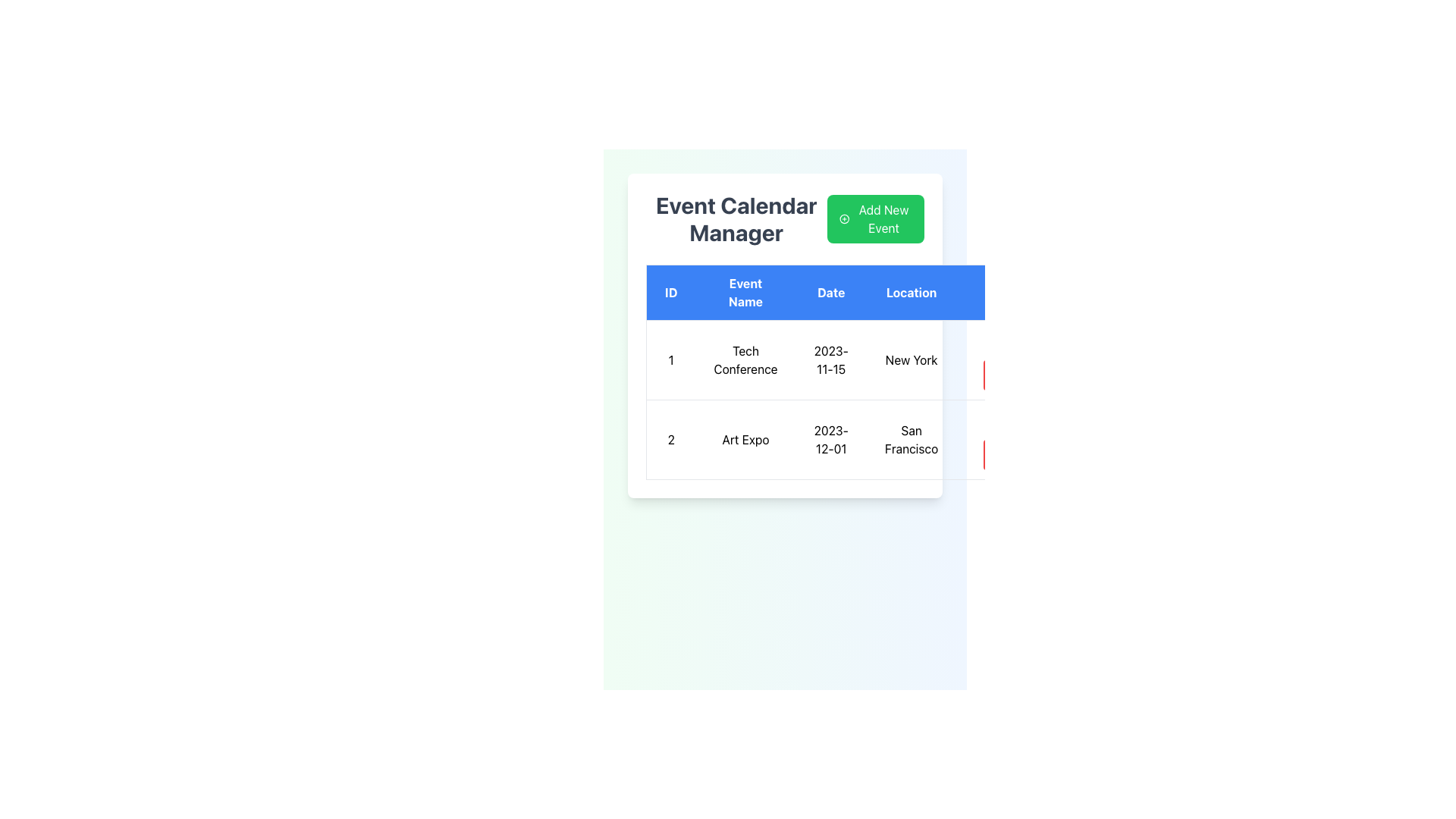 The height and width of the screenshot is (819, 1456). Describe the element at coordinates (670, 359) in the screenshot. I see `the static text element that serves as an identifier or serial number in the first position of the ID column in the table` at that location.